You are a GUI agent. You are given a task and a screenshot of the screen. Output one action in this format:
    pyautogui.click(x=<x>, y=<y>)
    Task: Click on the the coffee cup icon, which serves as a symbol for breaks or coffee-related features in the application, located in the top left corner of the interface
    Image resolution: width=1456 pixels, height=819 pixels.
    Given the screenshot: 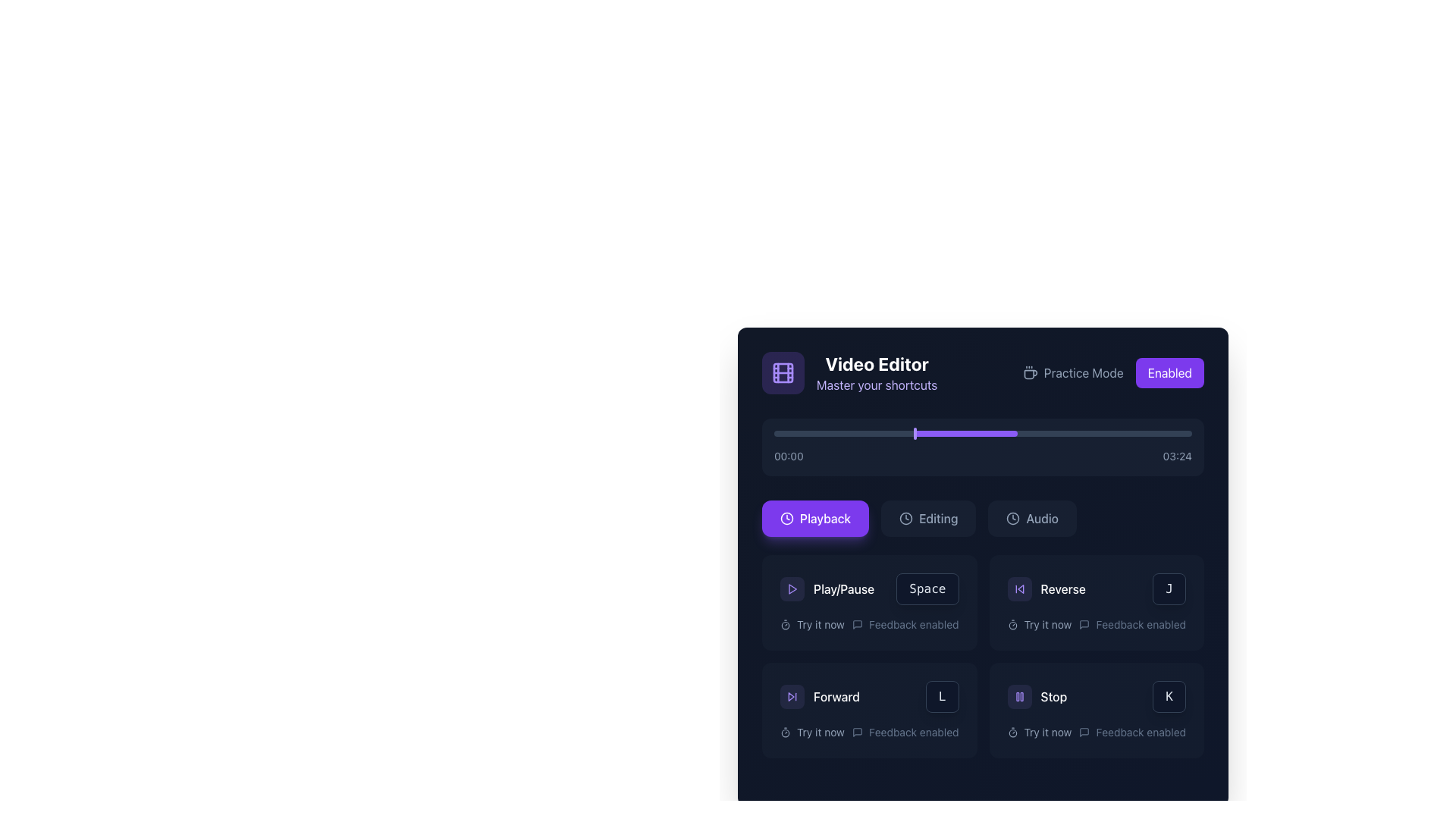 What is the action you would take?
    pyautogui.click(x=1031, y=375)
    